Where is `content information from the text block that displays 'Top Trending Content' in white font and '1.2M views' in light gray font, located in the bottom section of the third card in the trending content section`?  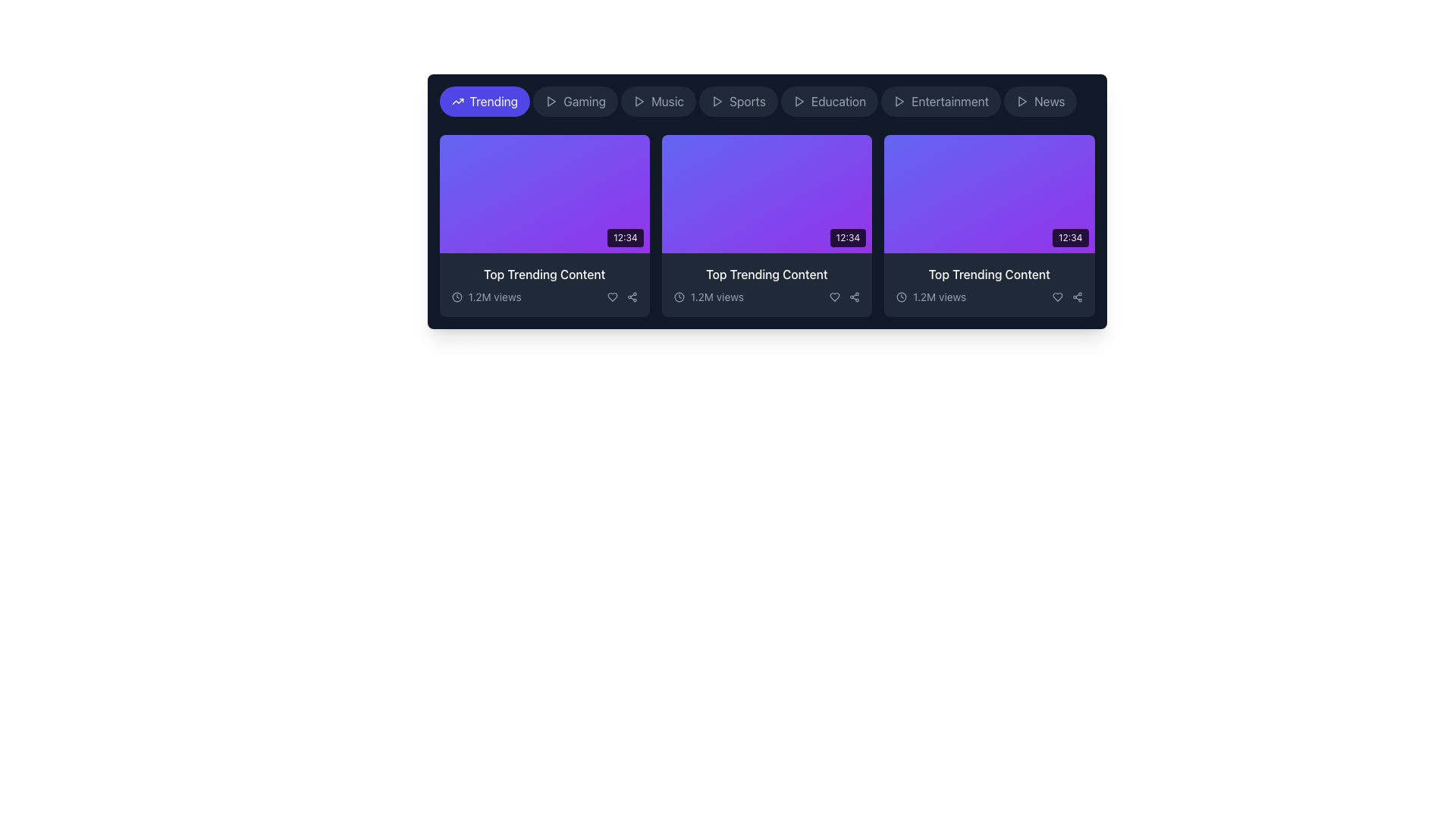 content information from the text block that displays 'Top Trending Content' in white font and '1.2M views' in light gray font, located in the bottom section of the third card in the trending content section is located at coordinates (989, 284).